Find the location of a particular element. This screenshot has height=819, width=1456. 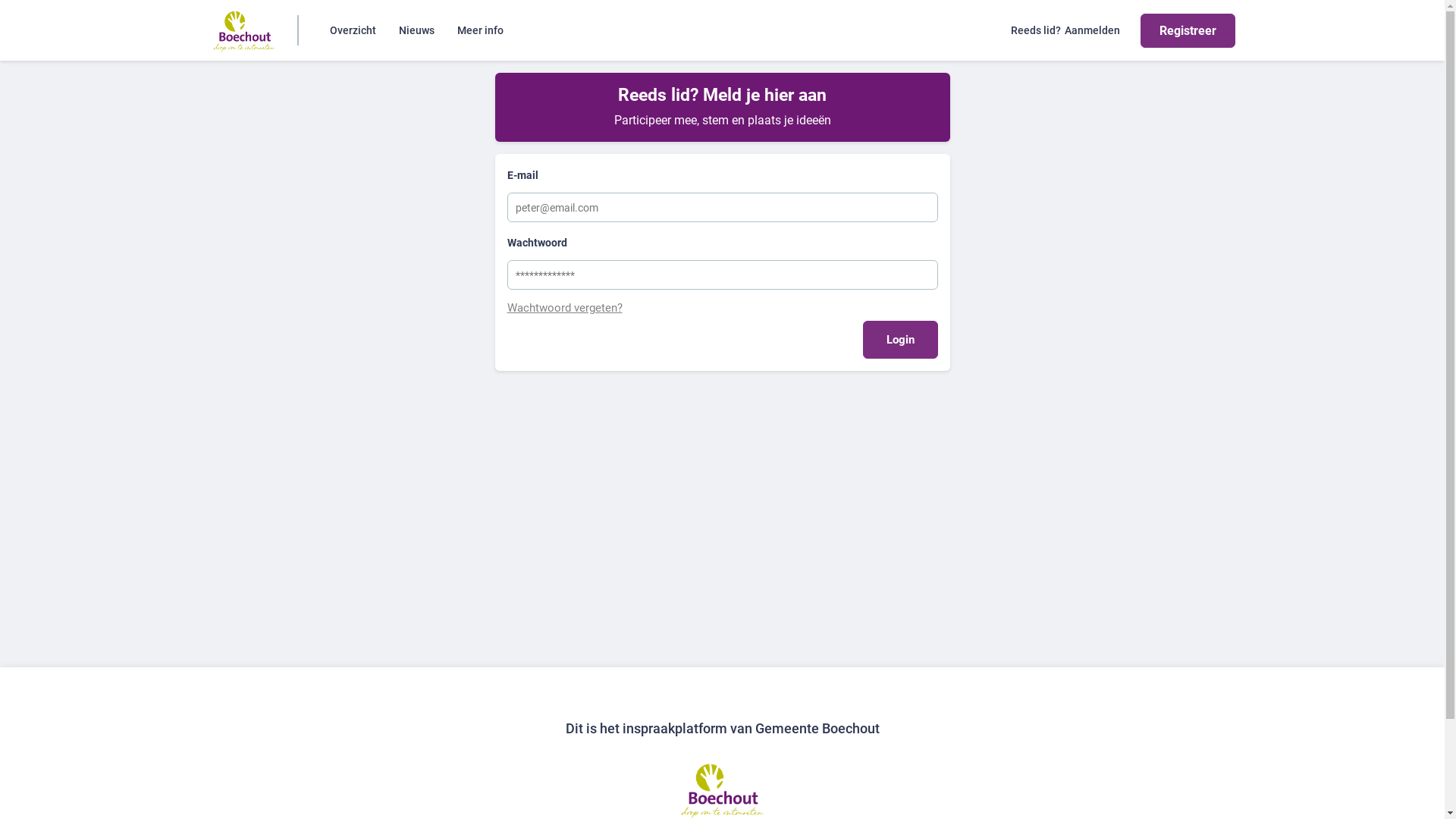

'Reeds lid? is located at coordinates (1065, 30).